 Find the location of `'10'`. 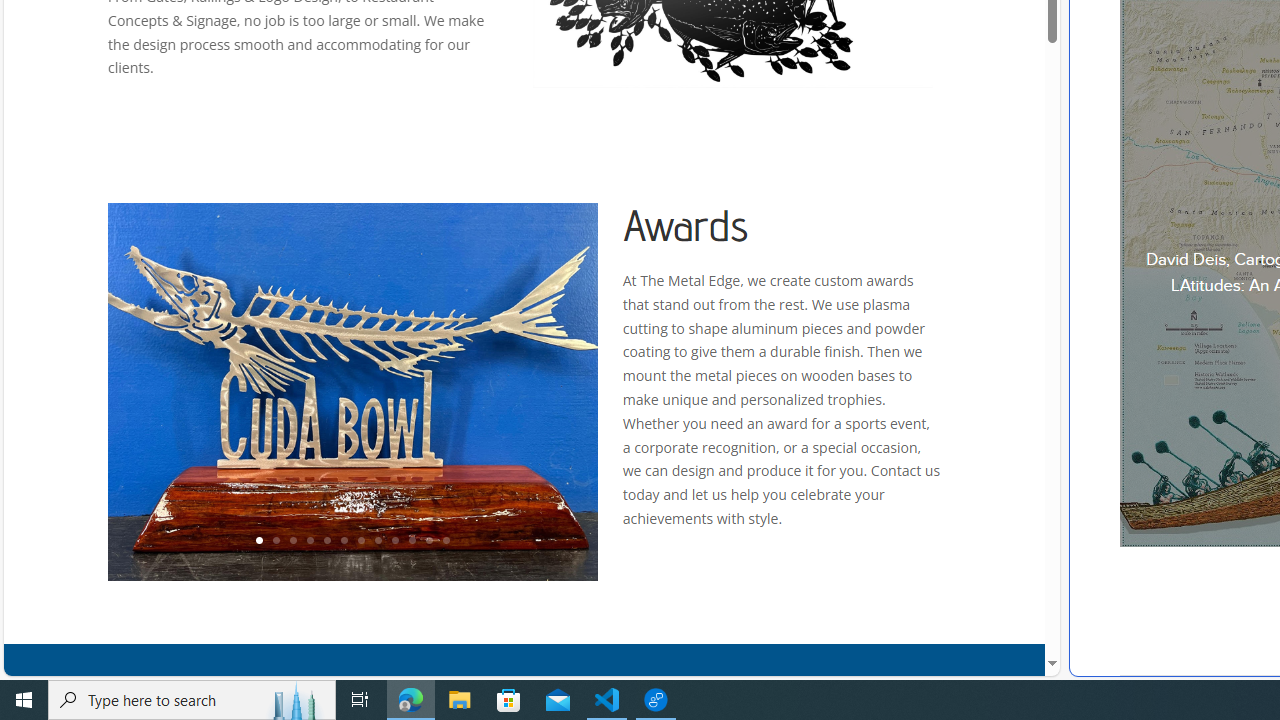

'10' is located at coordinates (411, 541).